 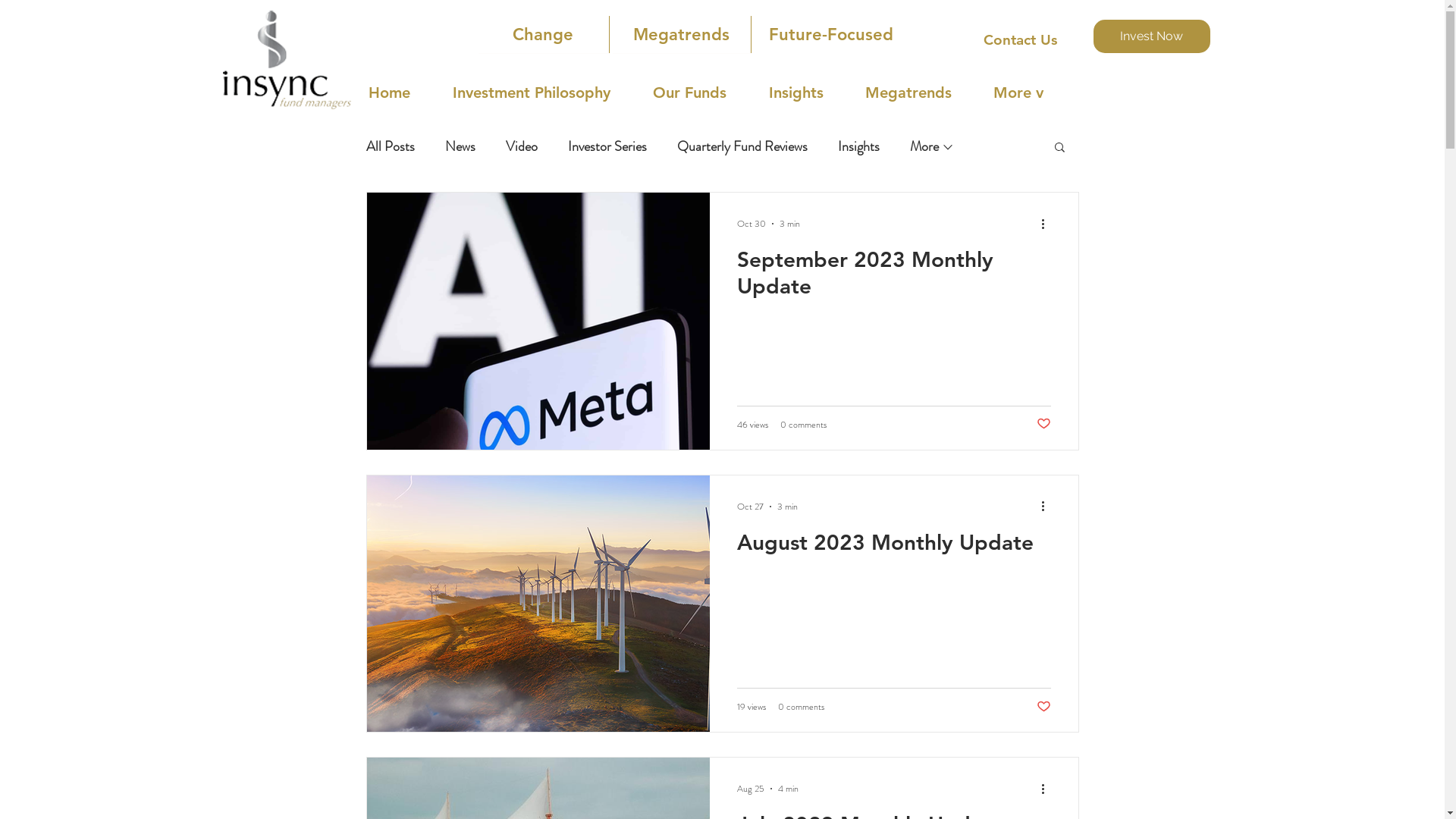 What do you see at coordinates (543, 34) in the screenshot?
I see `'Change'` at bounding box center [543, 34].